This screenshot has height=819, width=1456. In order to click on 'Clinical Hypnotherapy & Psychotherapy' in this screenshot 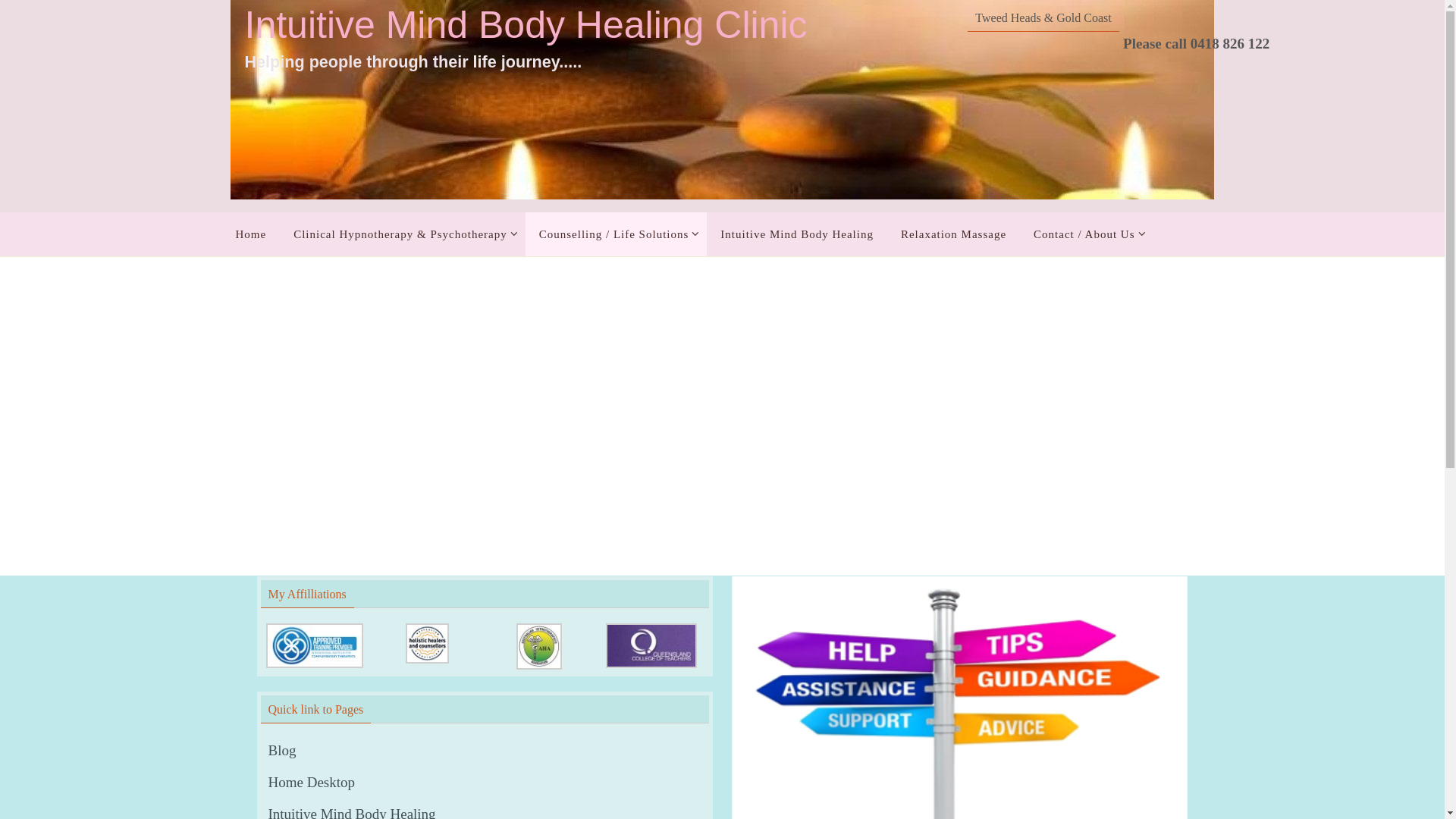, I will do `click(403, 234)`.